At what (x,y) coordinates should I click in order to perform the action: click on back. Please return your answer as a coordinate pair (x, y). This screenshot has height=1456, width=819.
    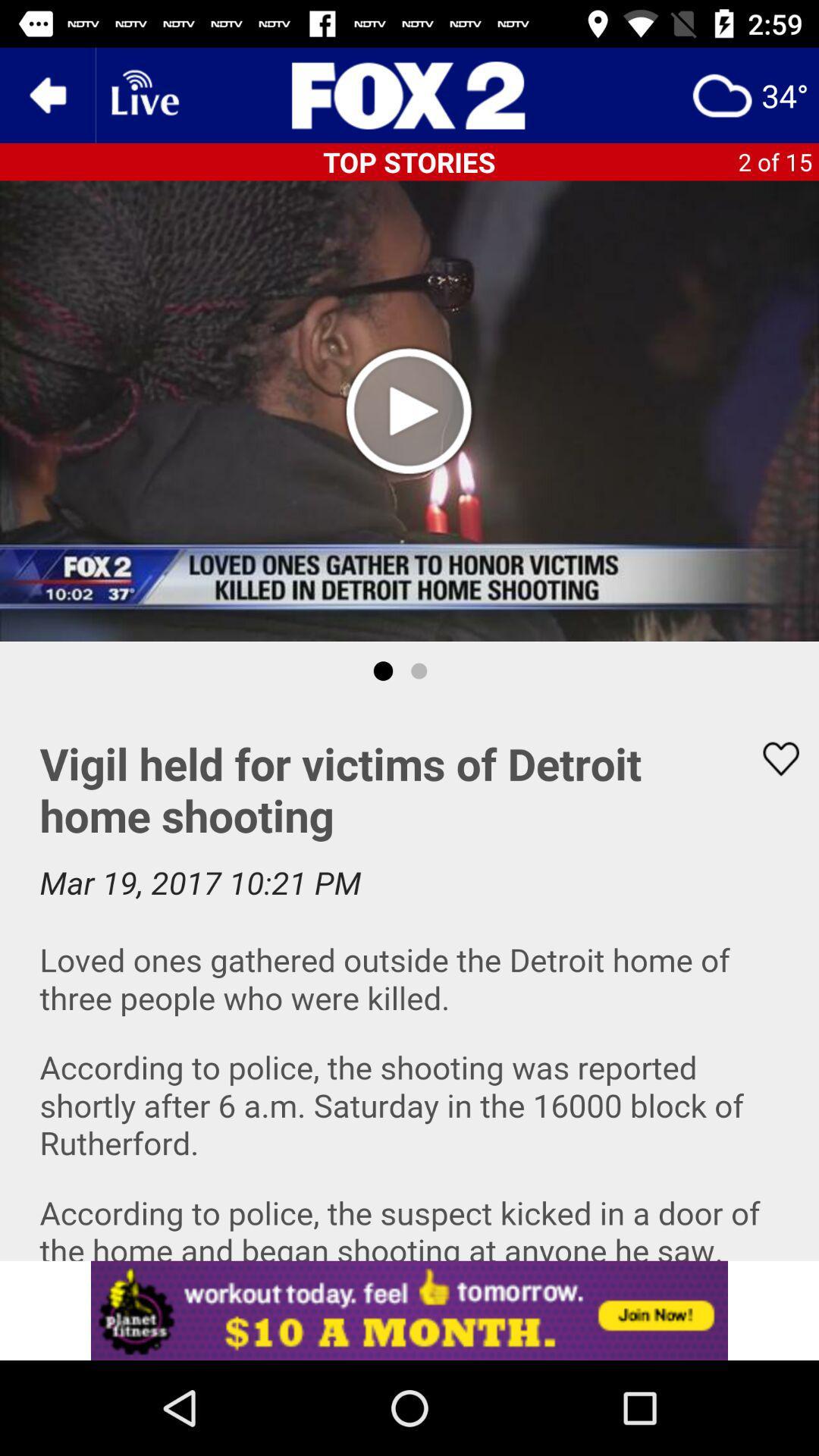
    Looking at the image, I should click on (46, 94).